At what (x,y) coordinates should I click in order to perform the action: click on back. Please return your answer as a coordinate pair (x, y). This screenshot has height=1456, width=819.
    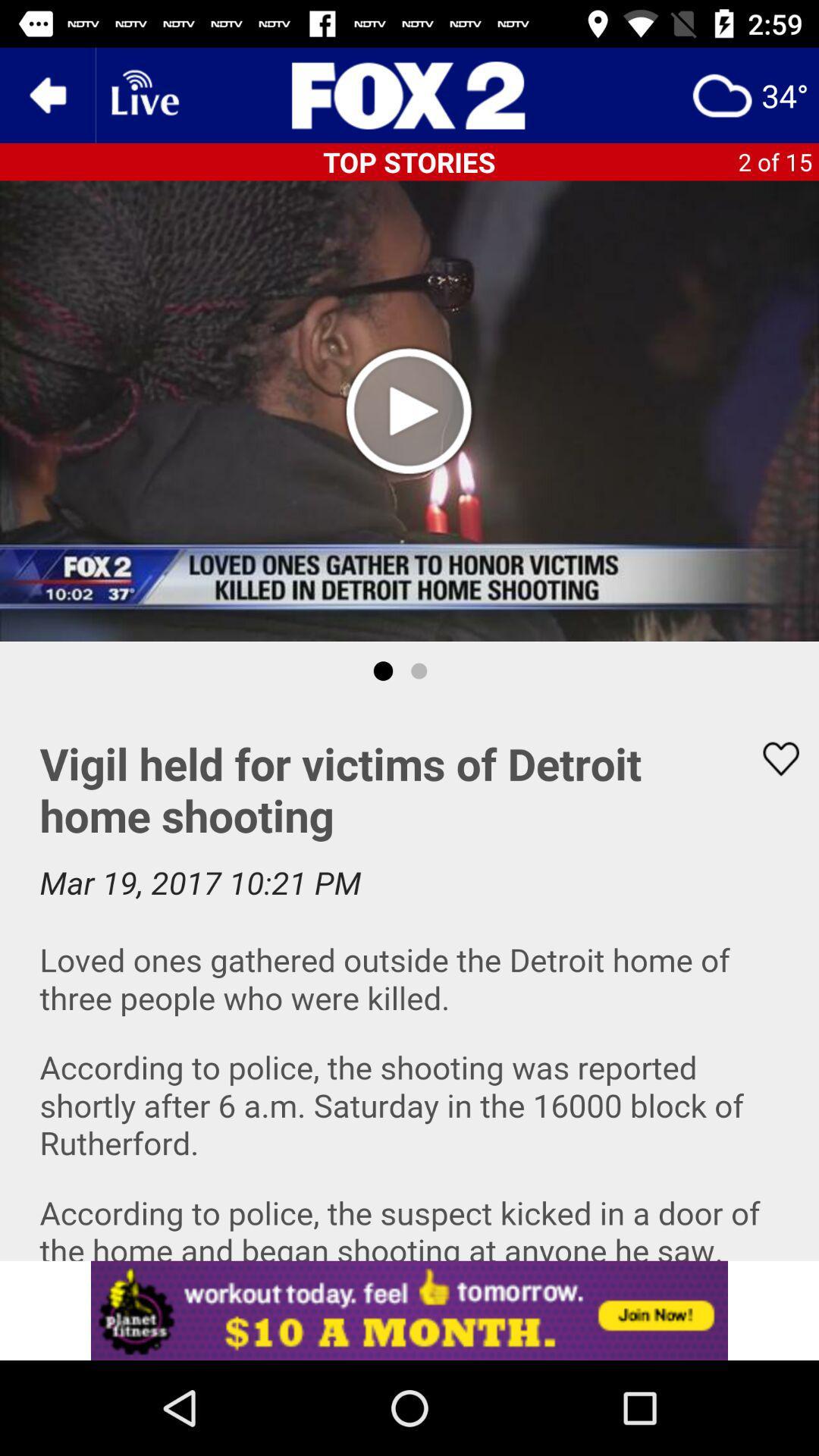
    Looking at the image, I should click on (46, 94).